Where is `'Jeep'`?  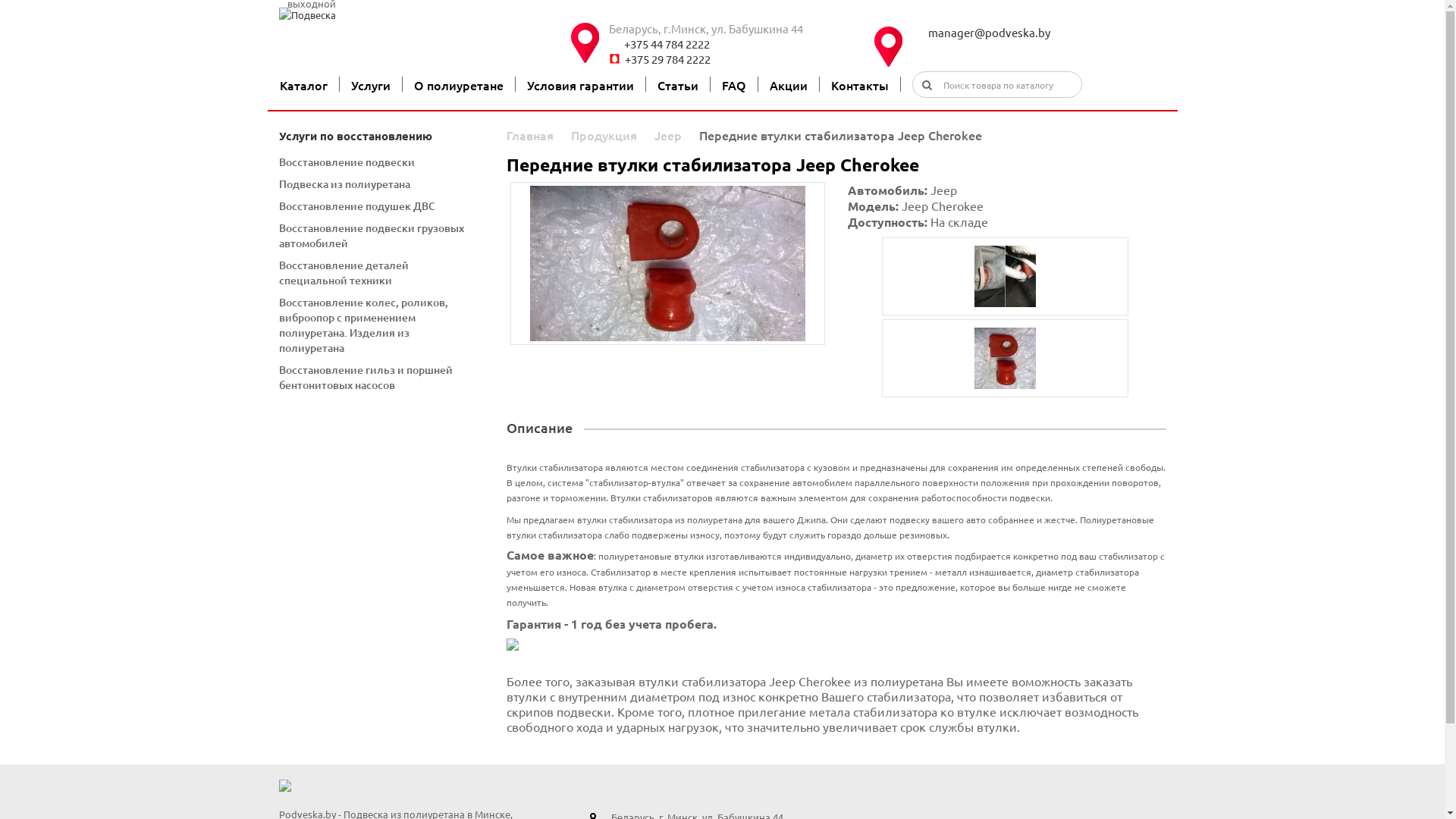
'Jeep' is located at coordinates (667, 133).